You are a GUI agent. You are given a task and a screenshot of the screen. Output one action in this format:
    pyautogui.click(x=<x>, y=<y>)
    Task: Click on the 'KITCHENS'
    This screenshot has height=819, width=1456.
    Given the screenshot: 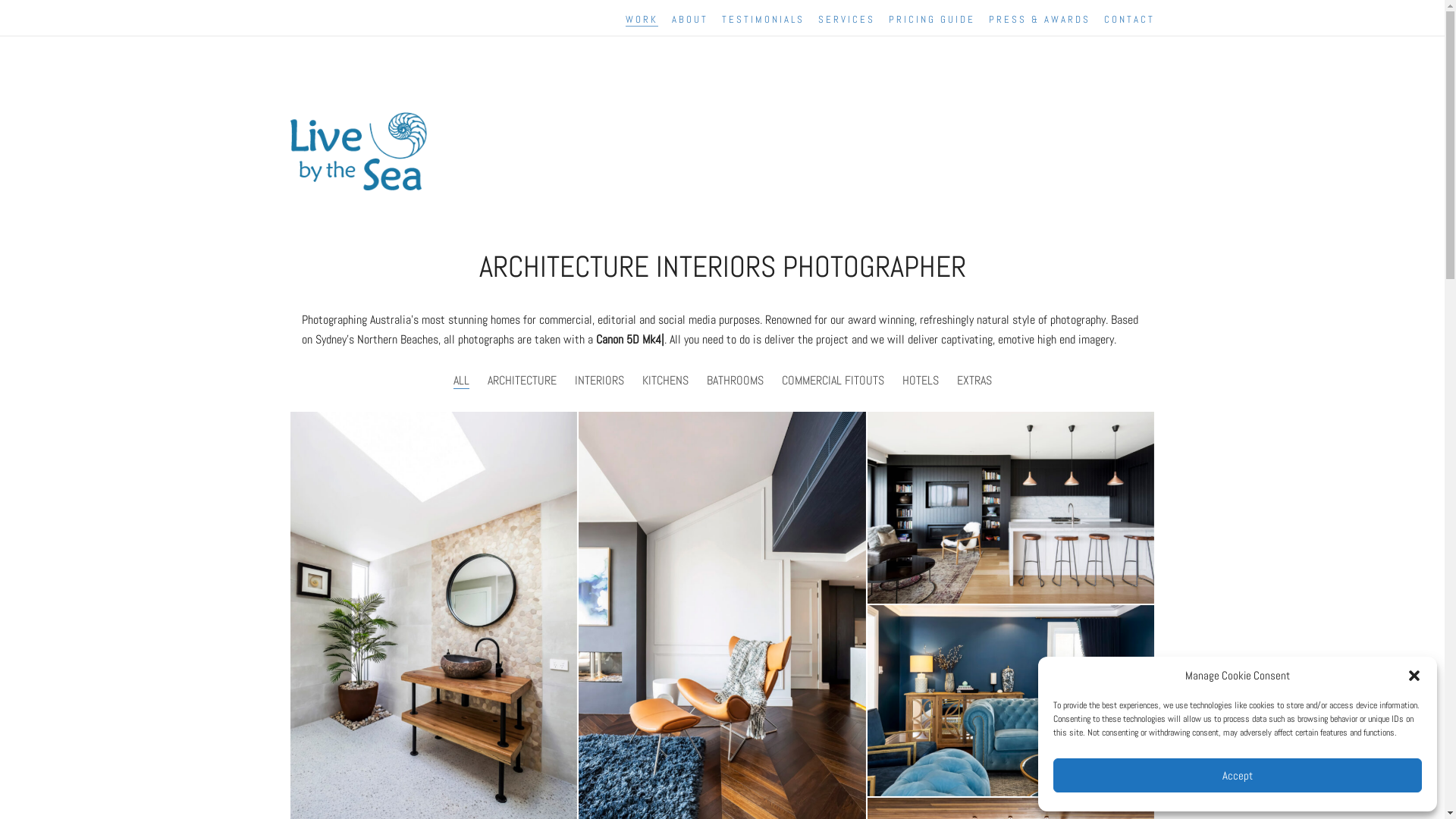 What is the action you would take?
    pyautogui.click(x=664, y=379)
    